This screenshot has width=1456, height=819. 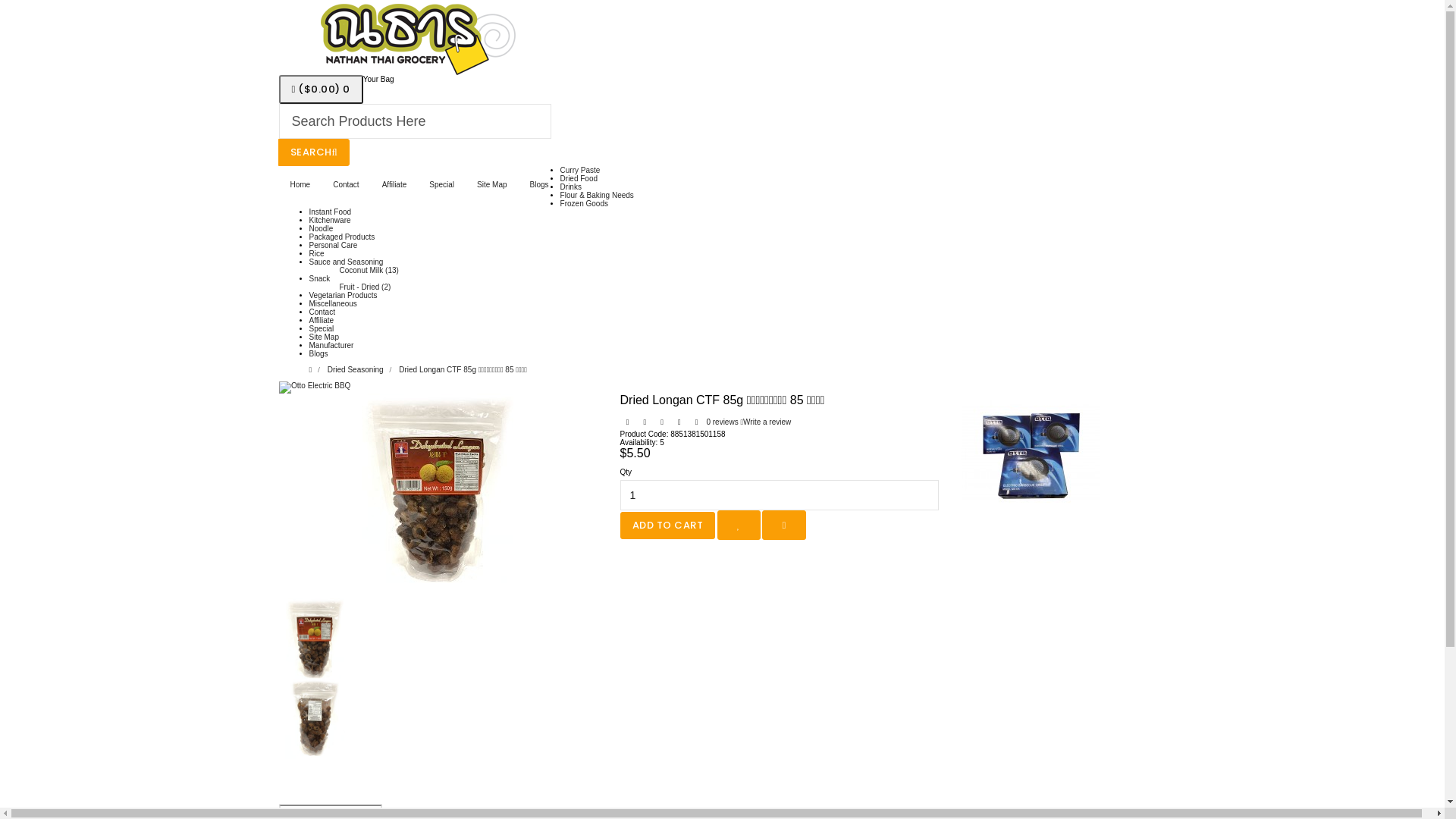 I want to click on 'Curry Paste', so click(x=560, y=170).